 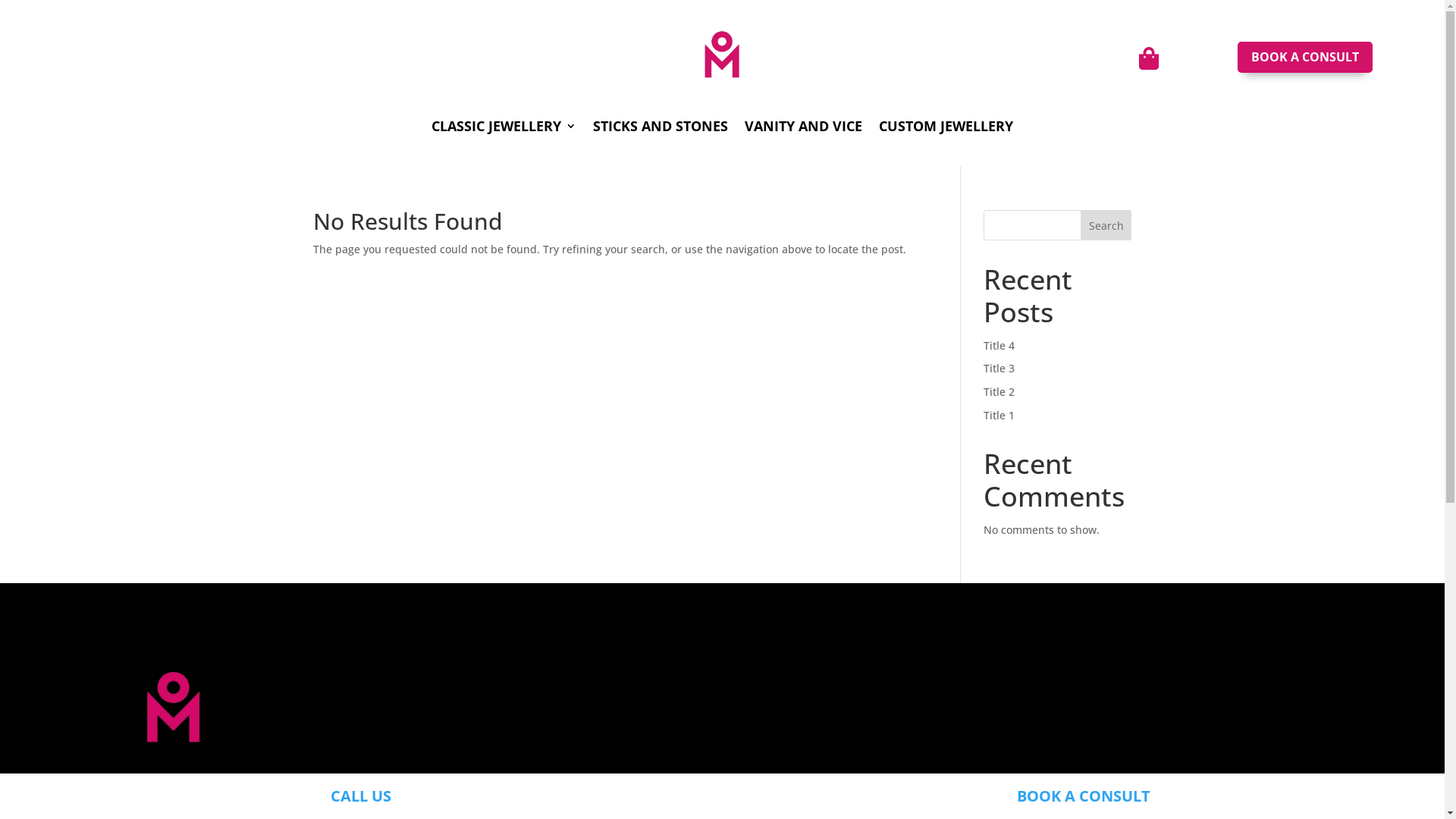 I want to click on 'Search', so click(x=1106, y=225).